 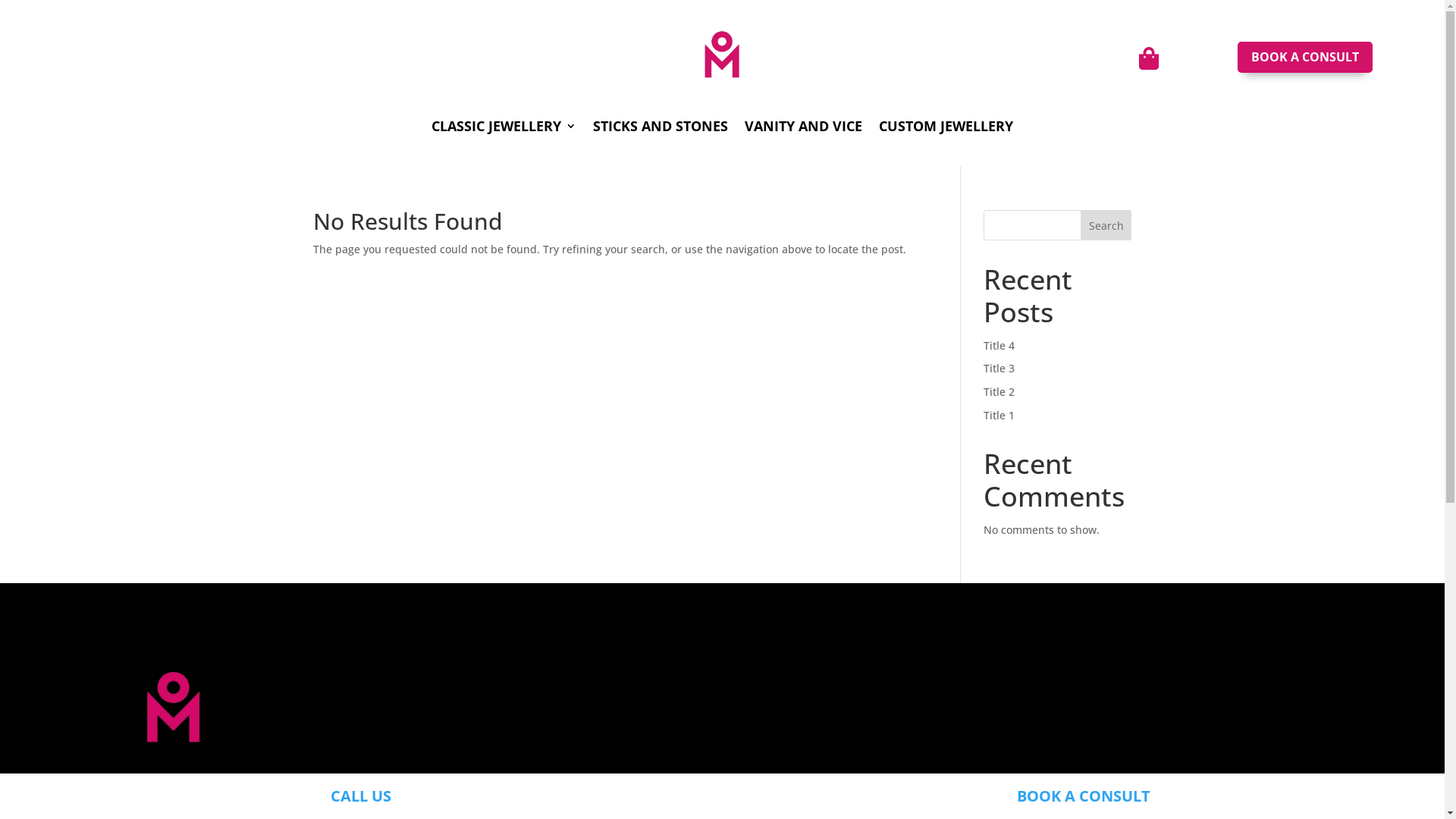 I want to click on 'Search', so click(x=1106, y=225).